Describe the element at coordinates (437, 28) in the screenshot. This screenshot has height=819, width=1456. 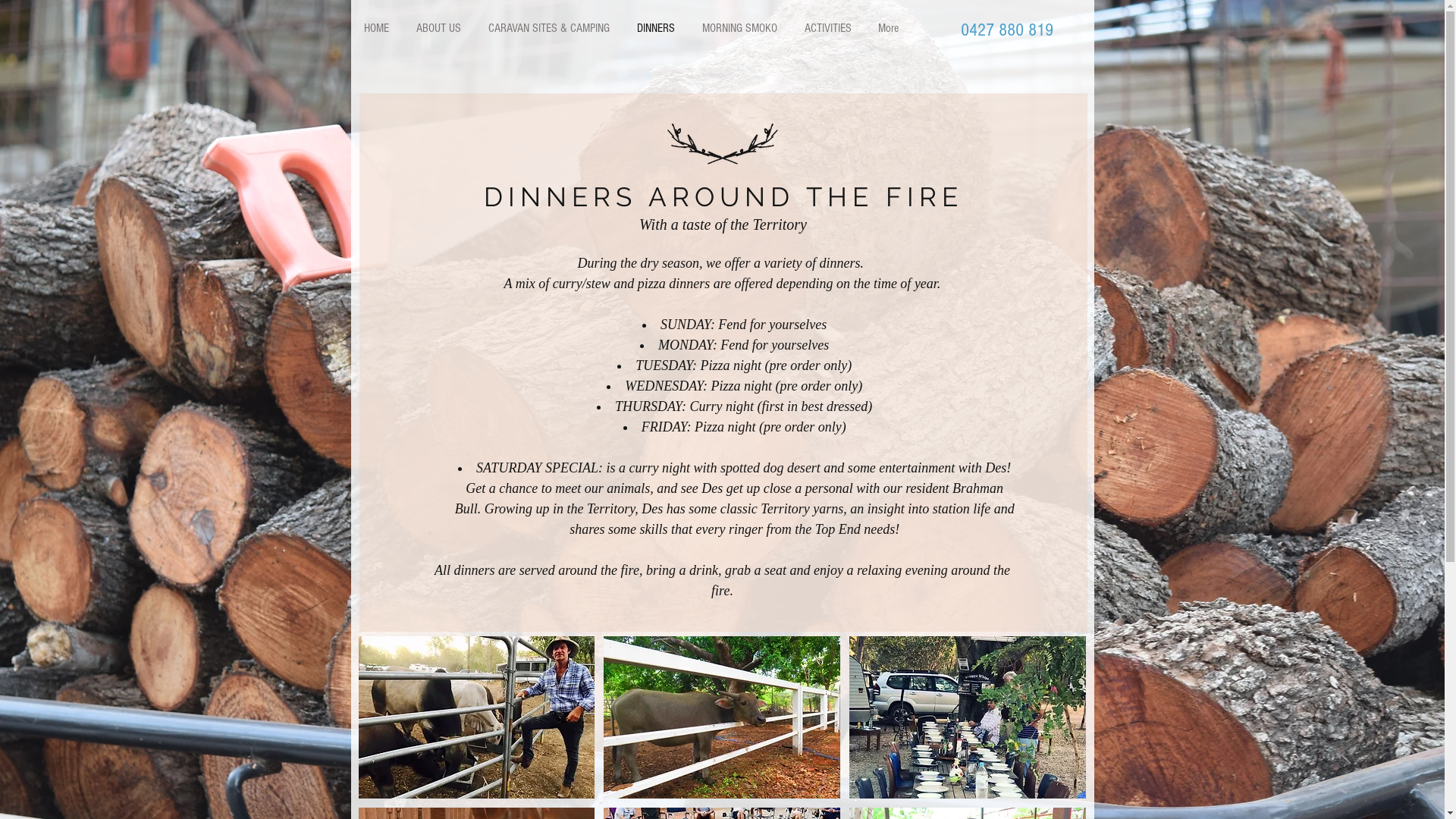
I see `'ABOUT US'` at that location.